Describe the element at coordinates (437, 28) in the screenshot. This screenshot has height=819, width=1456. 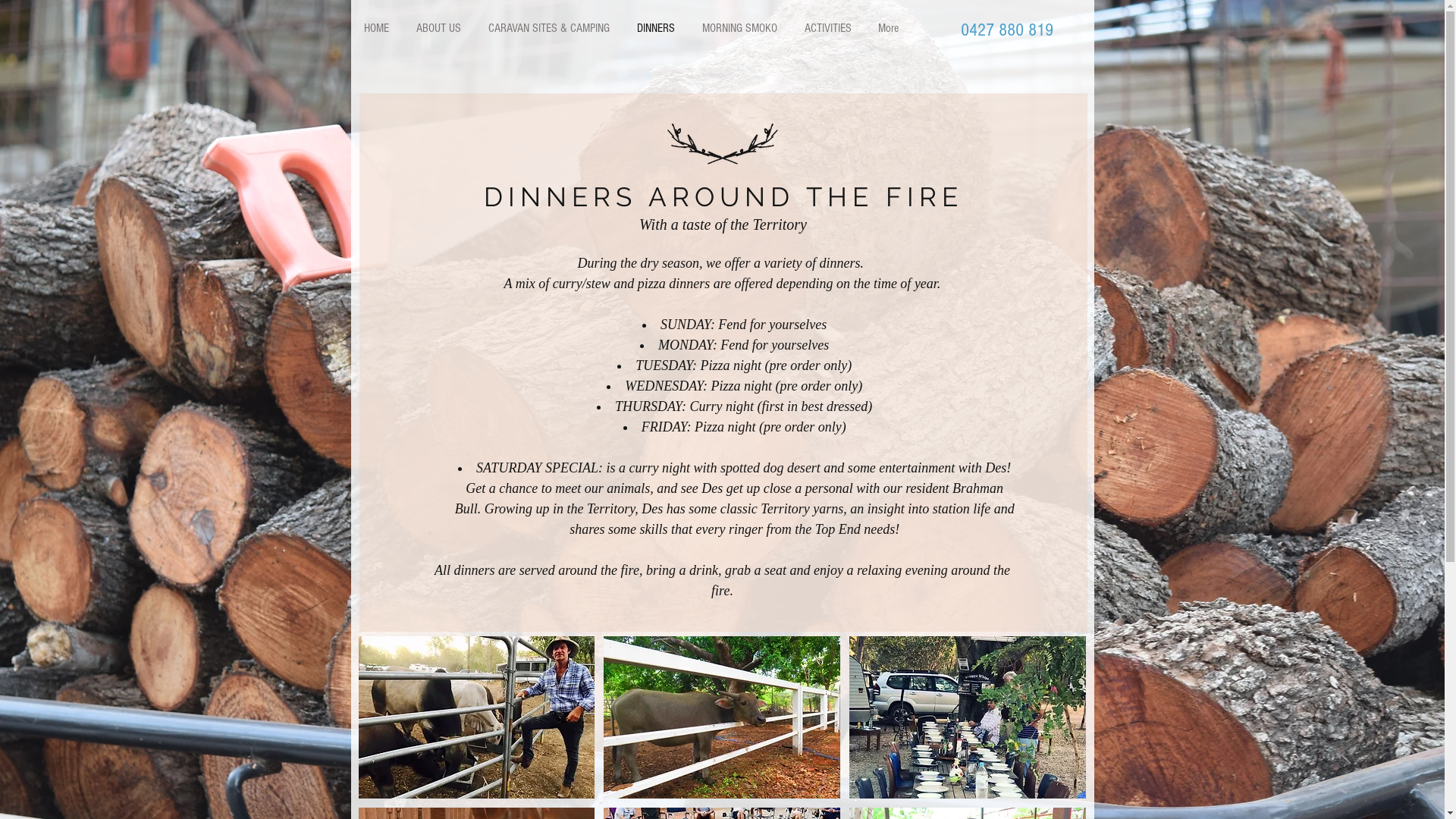
I see `'ABOUT US'` at that location.